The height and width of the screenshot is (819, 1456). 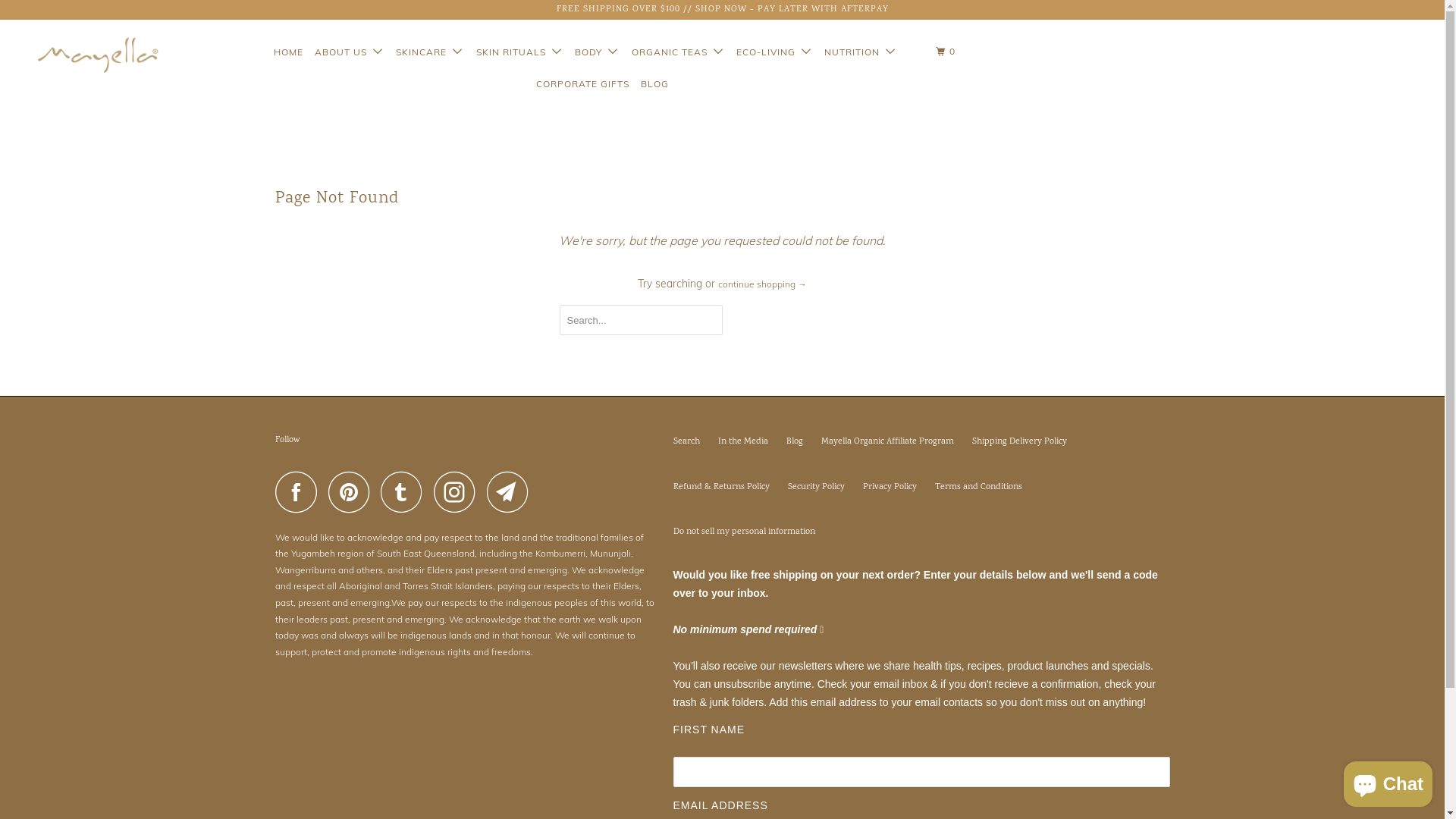 I want to click on 'BLOG', so click(x=654, y=84).